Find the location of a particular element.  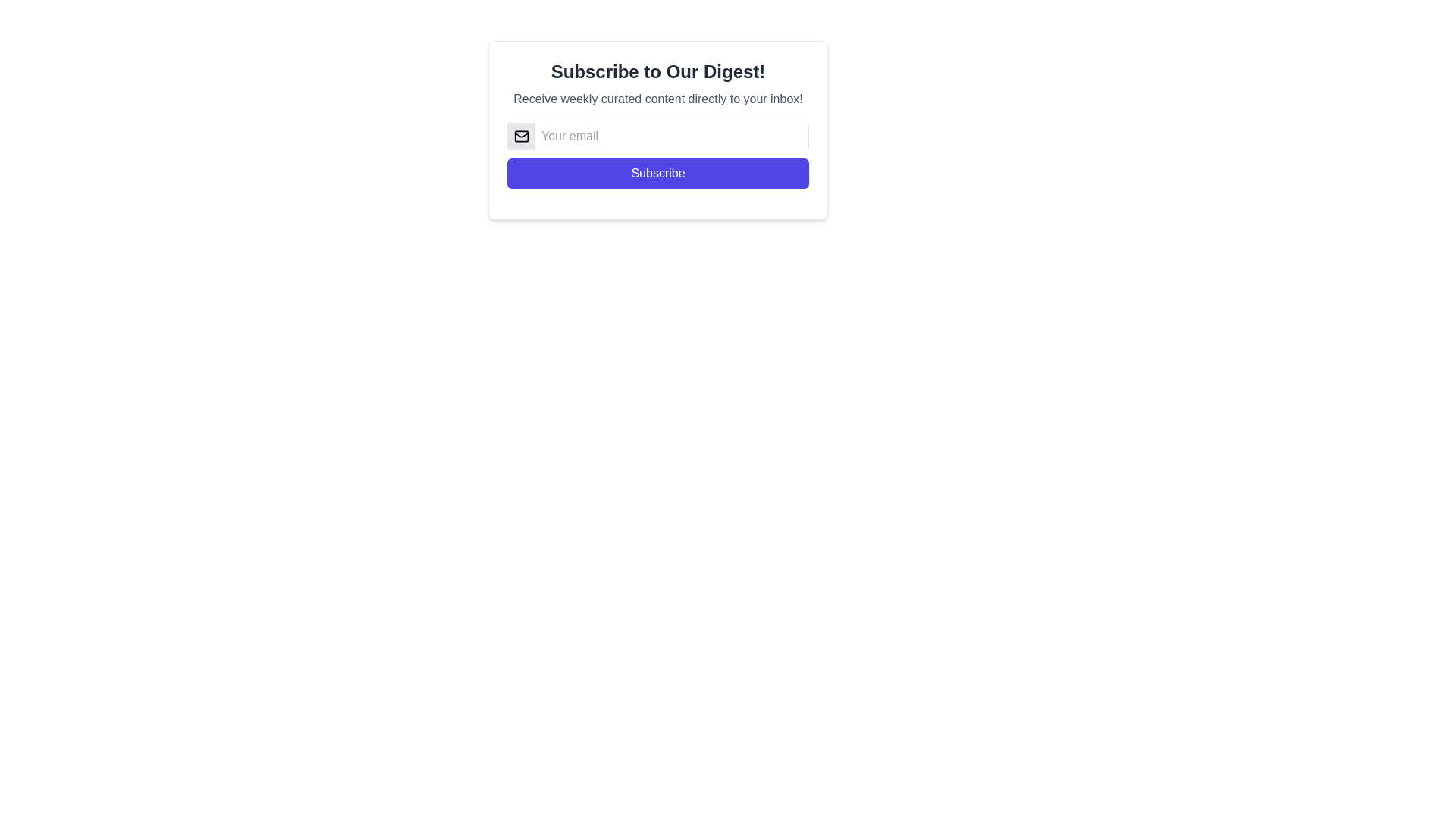

heading text 'Subscribe to Our Digest!' which is prominently displayed in bold and large font at the top of the content area is located at coordinates (658, 72).